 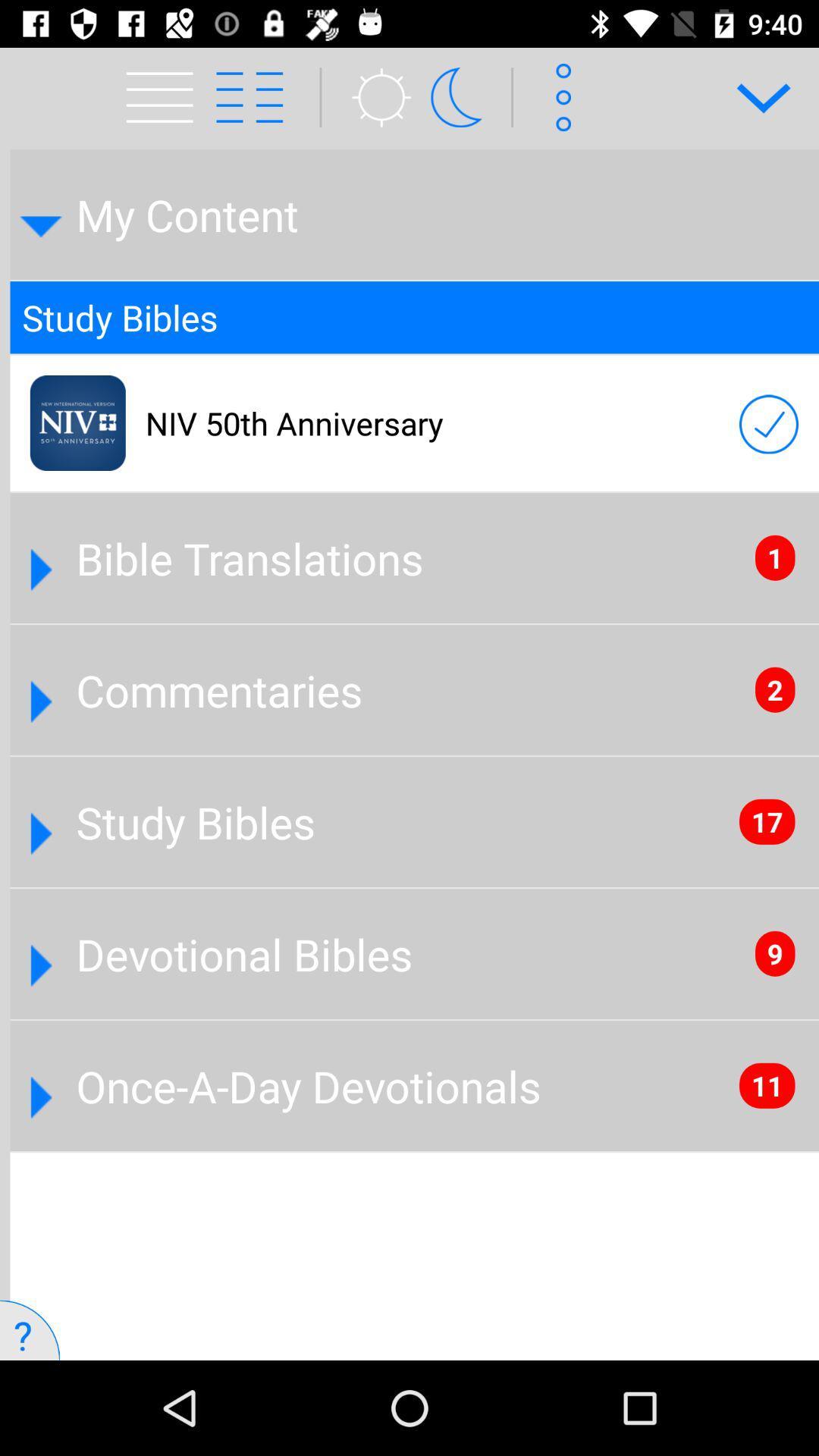 I want to click on home button at top left, so click(x=165, y=96).